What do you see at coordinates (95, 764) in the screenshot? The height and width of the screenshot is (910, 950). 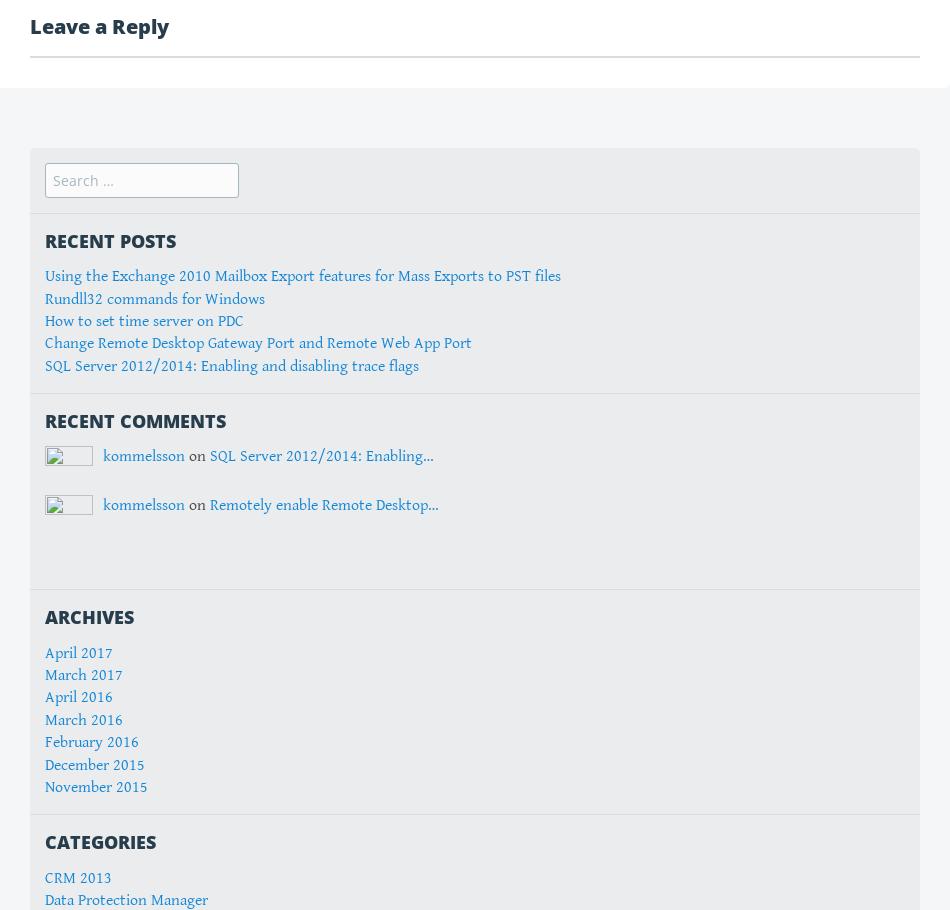 I see `'December 2015'` at bounding box center [95, 764].